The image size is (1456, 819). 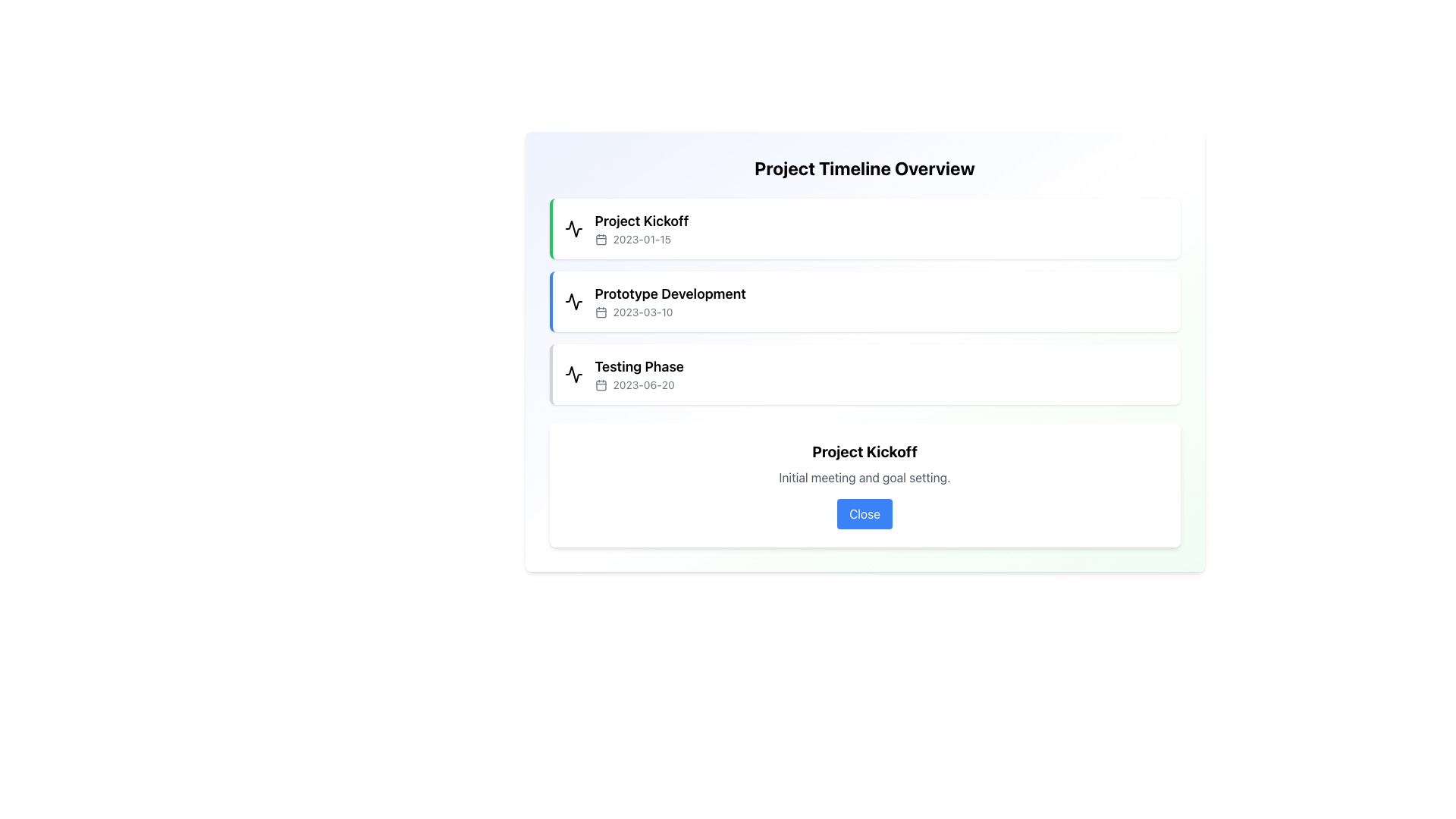 I want to click on the header text element that indicates the title of the section, located above 'Initial meeting and goal setting.' and the 'Close' button, so click(x=864, y=451).